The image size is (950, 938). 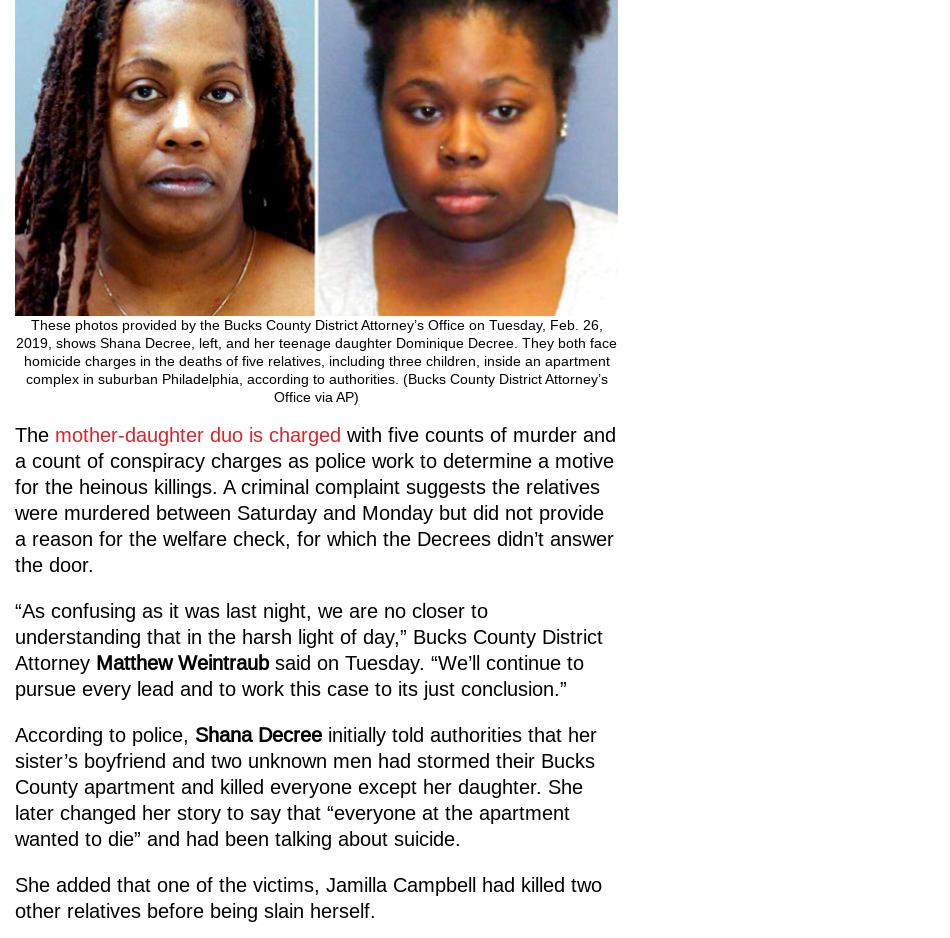 I want to click on 'Contribute Now', so click(x=129, y=835).